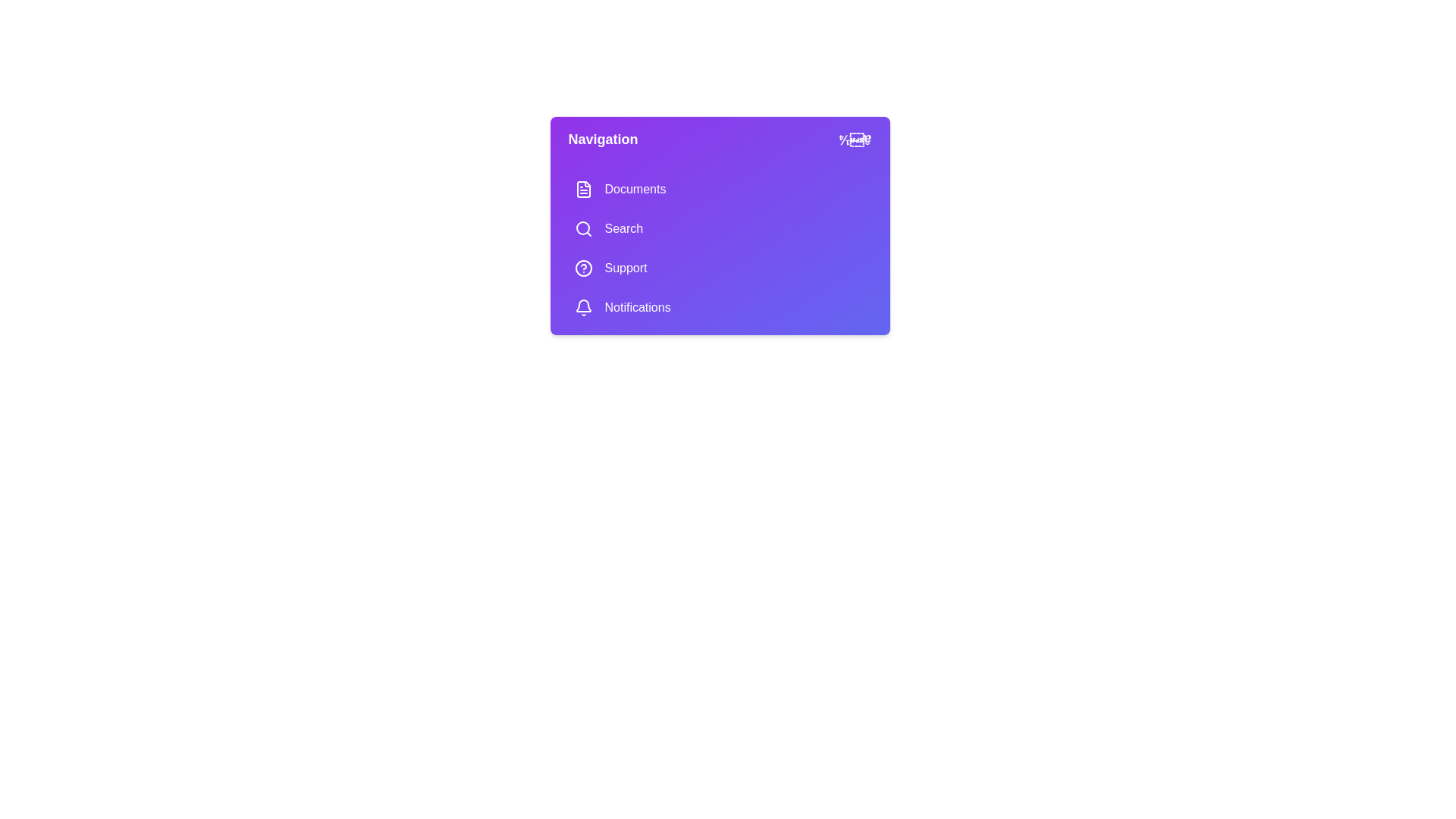 The image size is (1456, 819). I want to click on the menu item Documents to observe the visual feedback, so click(719, 189).